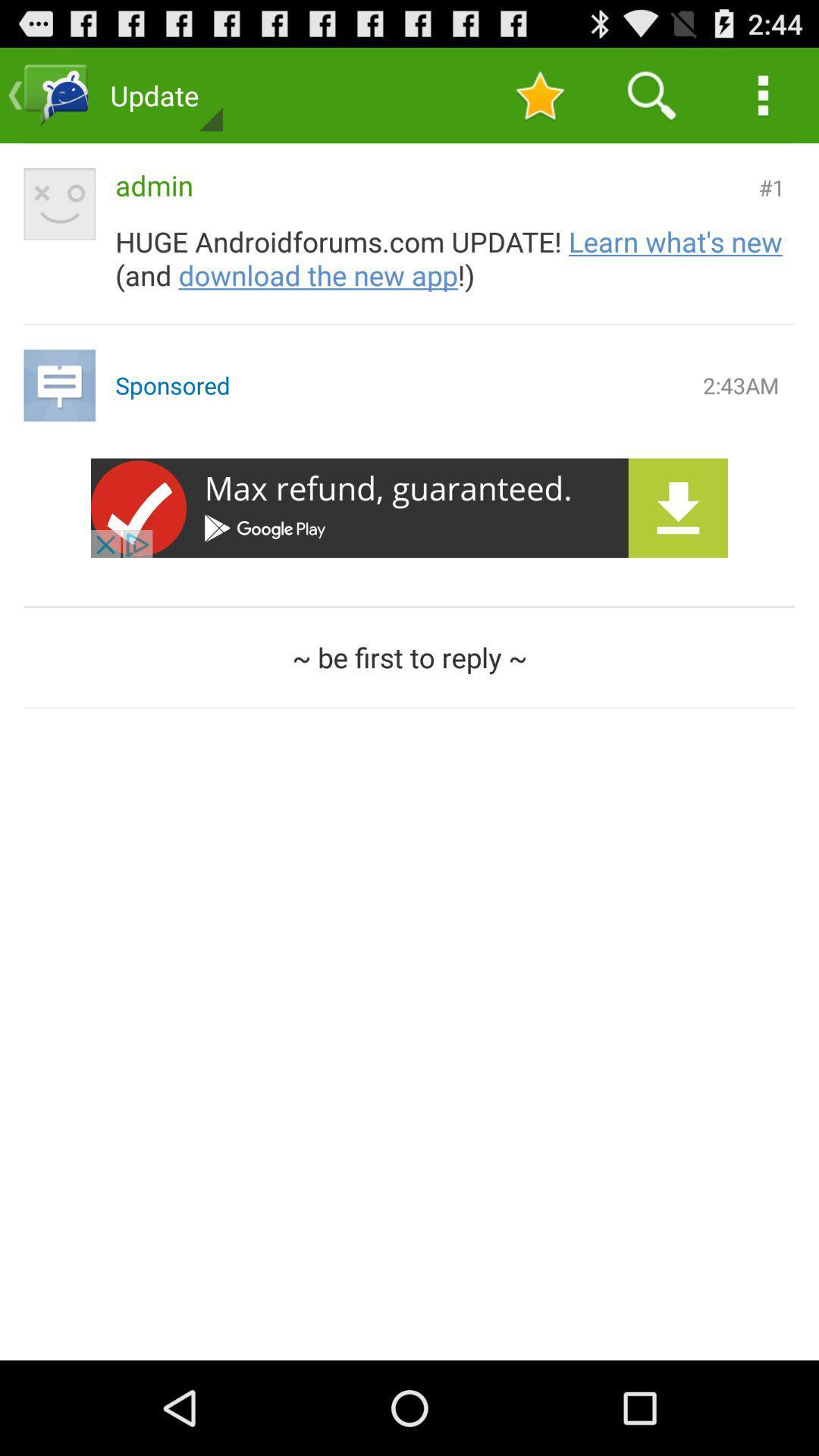 The image size is (819, 1456). What do you see at coordinates (409, 508) in the screenshot?
I see `visit advertisement website` at bounding box center [409, 508].